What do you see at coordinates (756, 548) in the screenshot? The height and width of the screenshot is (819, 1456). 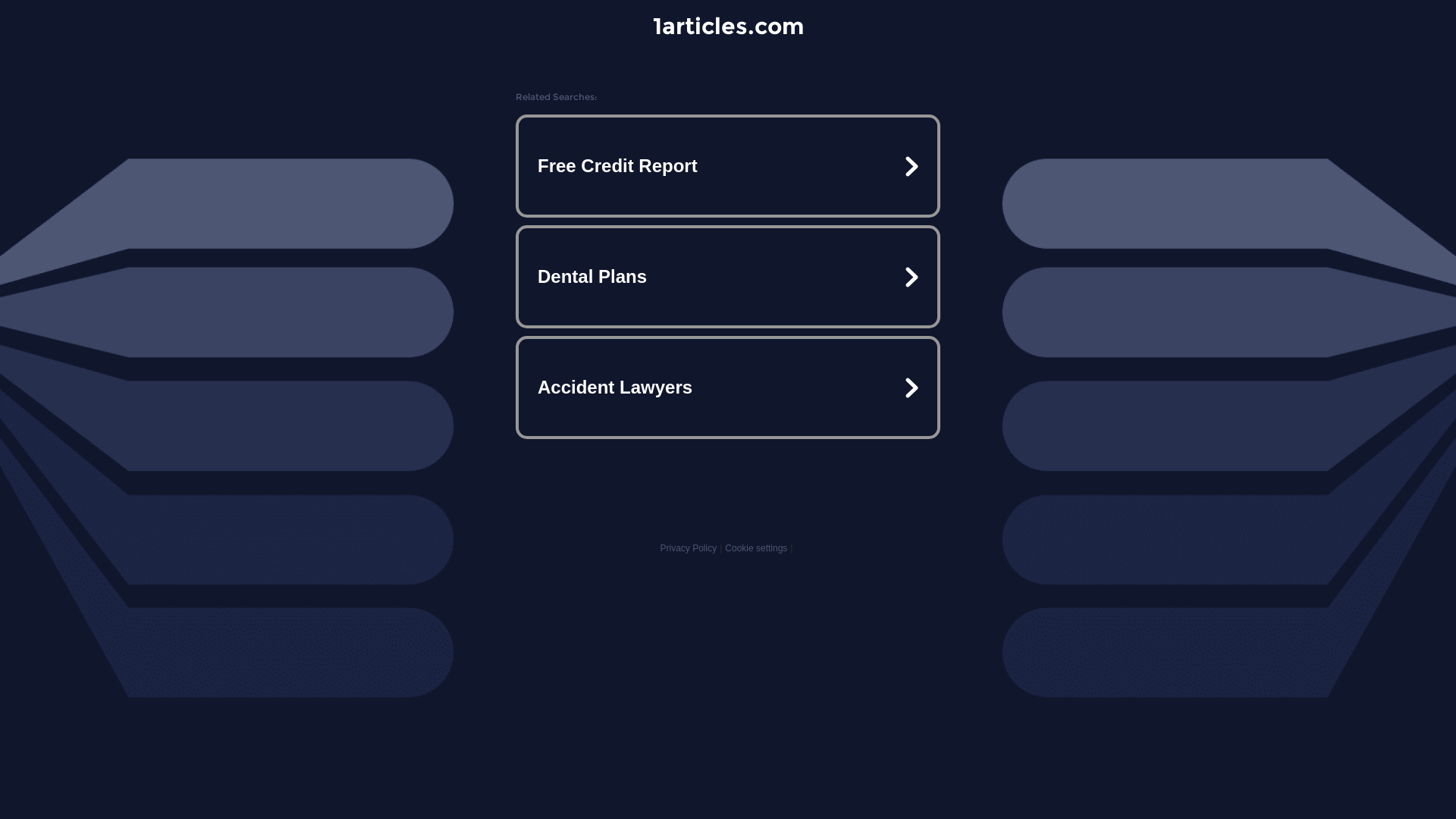 I see `'Cookie settings'` at bounding box center [756, 548].